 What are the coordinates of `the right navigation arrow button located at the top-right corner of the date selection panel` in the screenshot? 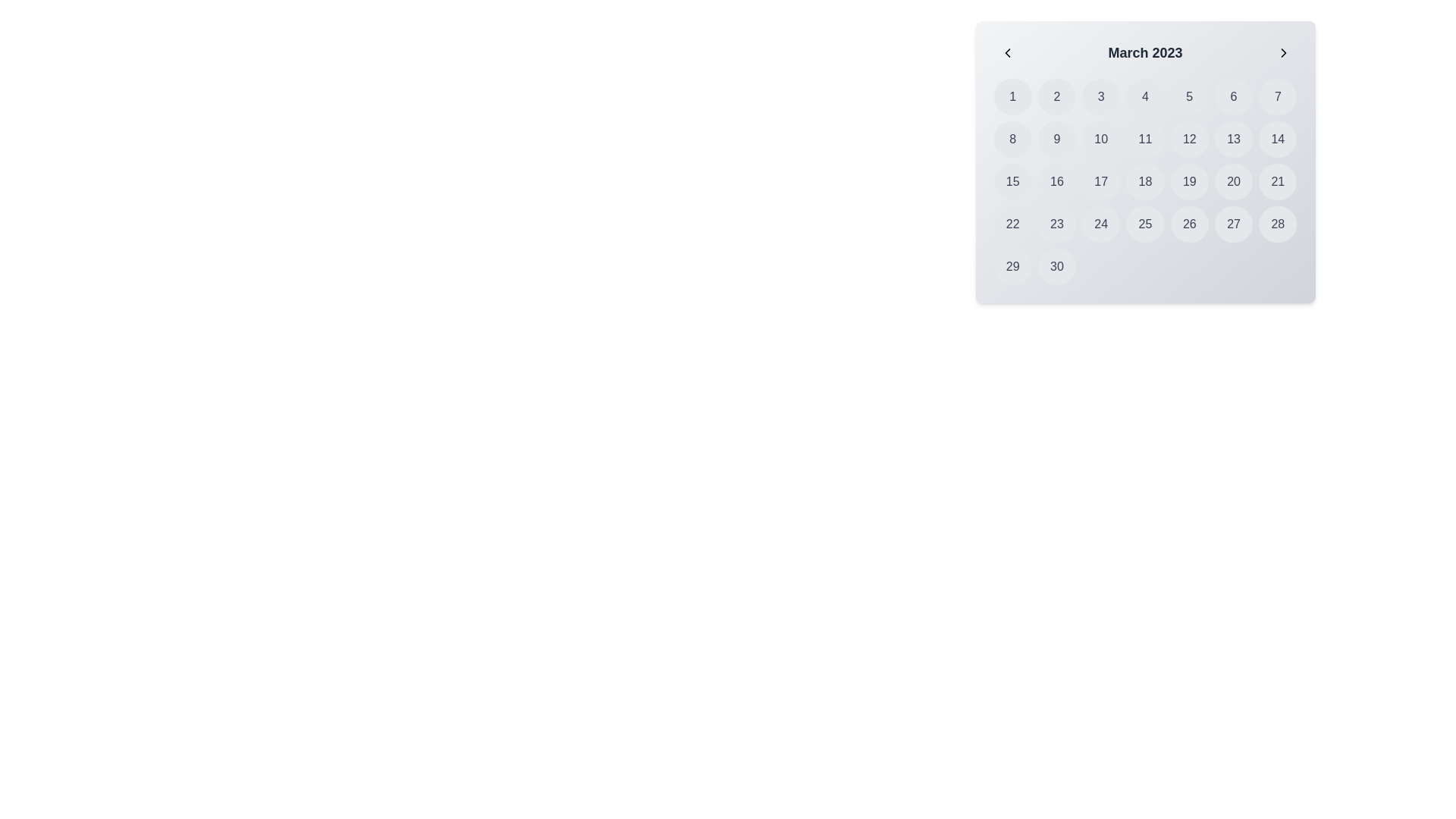 It's located at (1282, 52).